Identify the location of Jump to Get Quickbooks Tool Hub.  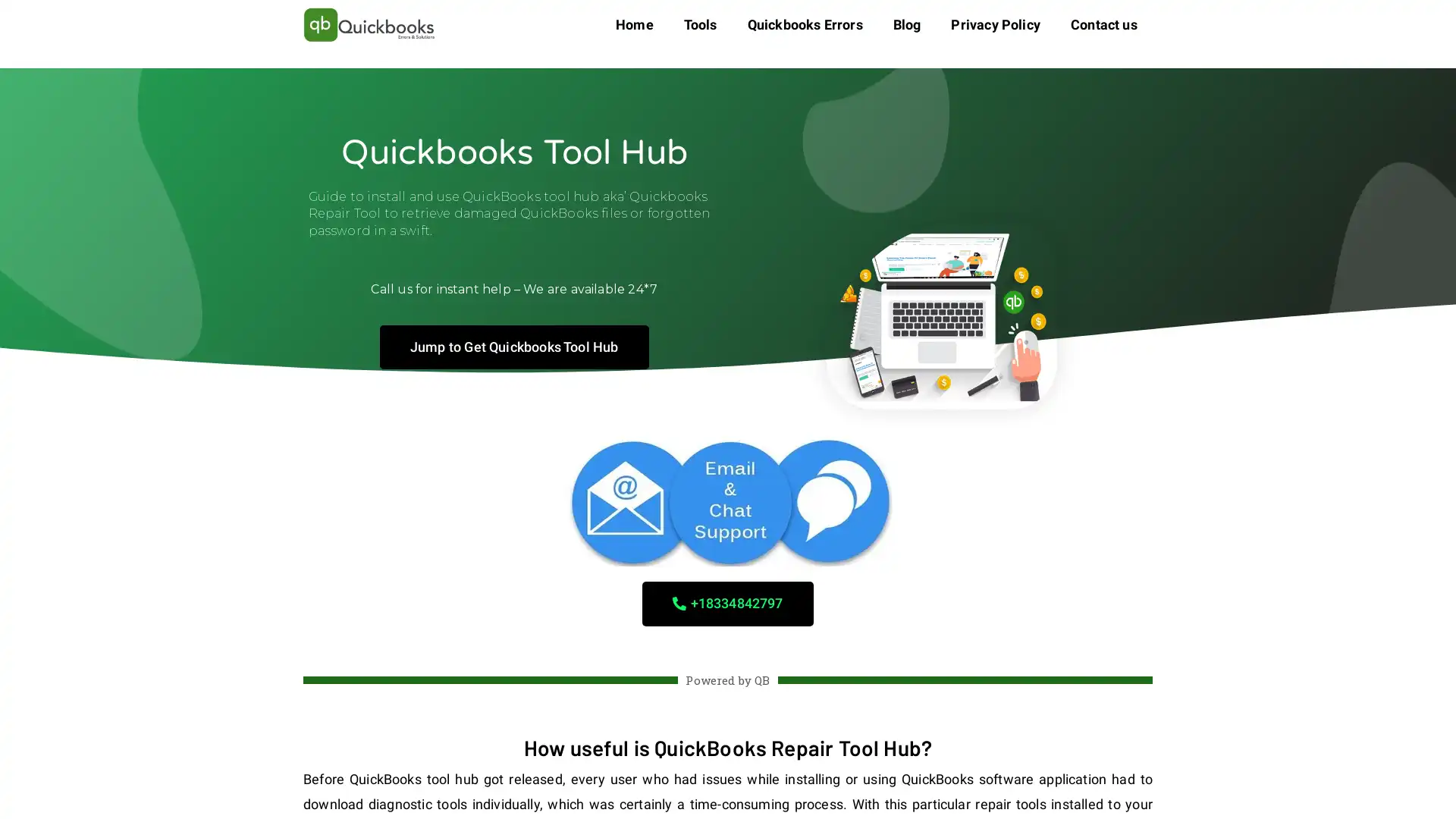
(513, 346).